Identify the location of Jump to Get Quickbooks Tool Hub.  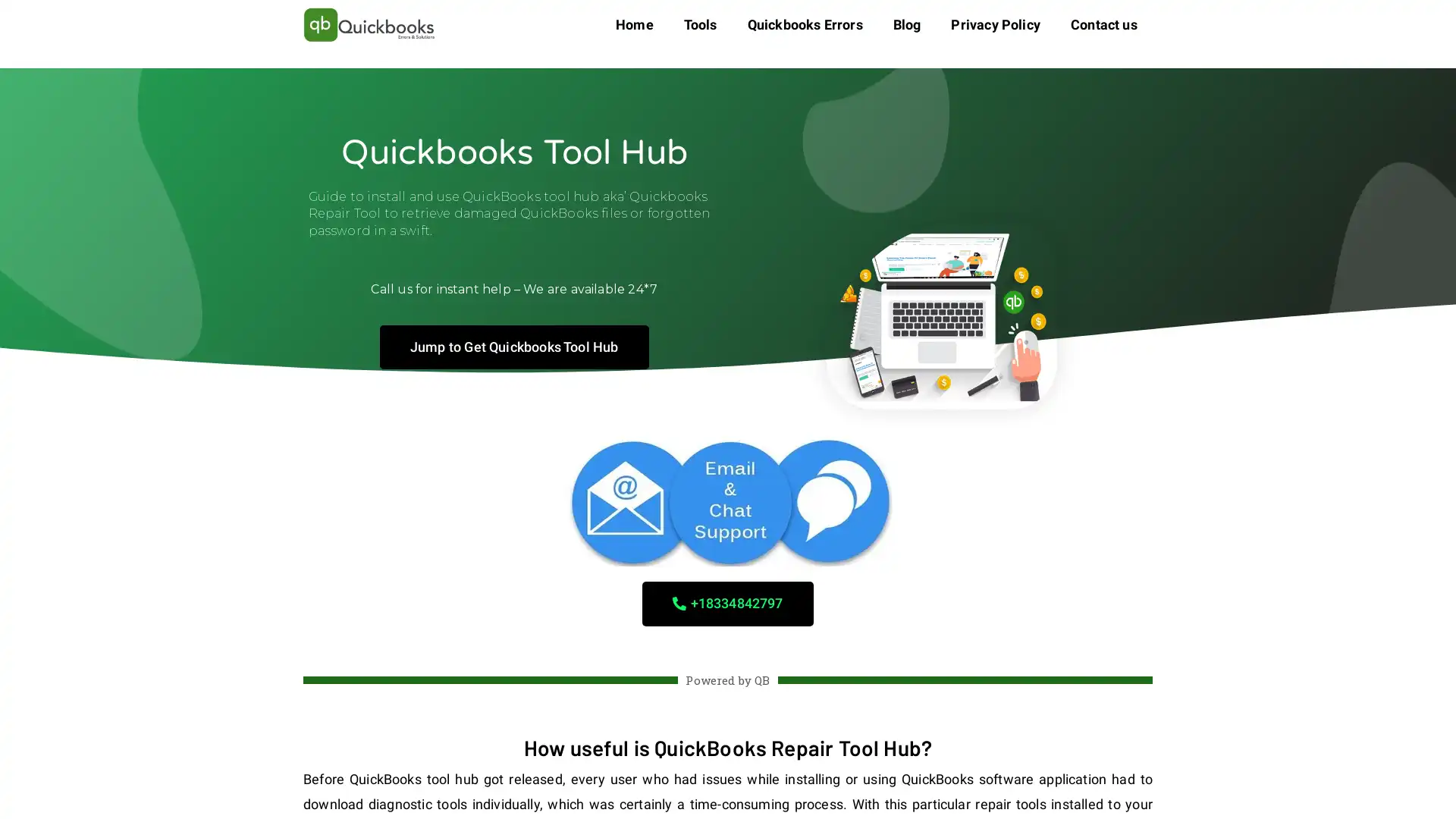
(513, 346).